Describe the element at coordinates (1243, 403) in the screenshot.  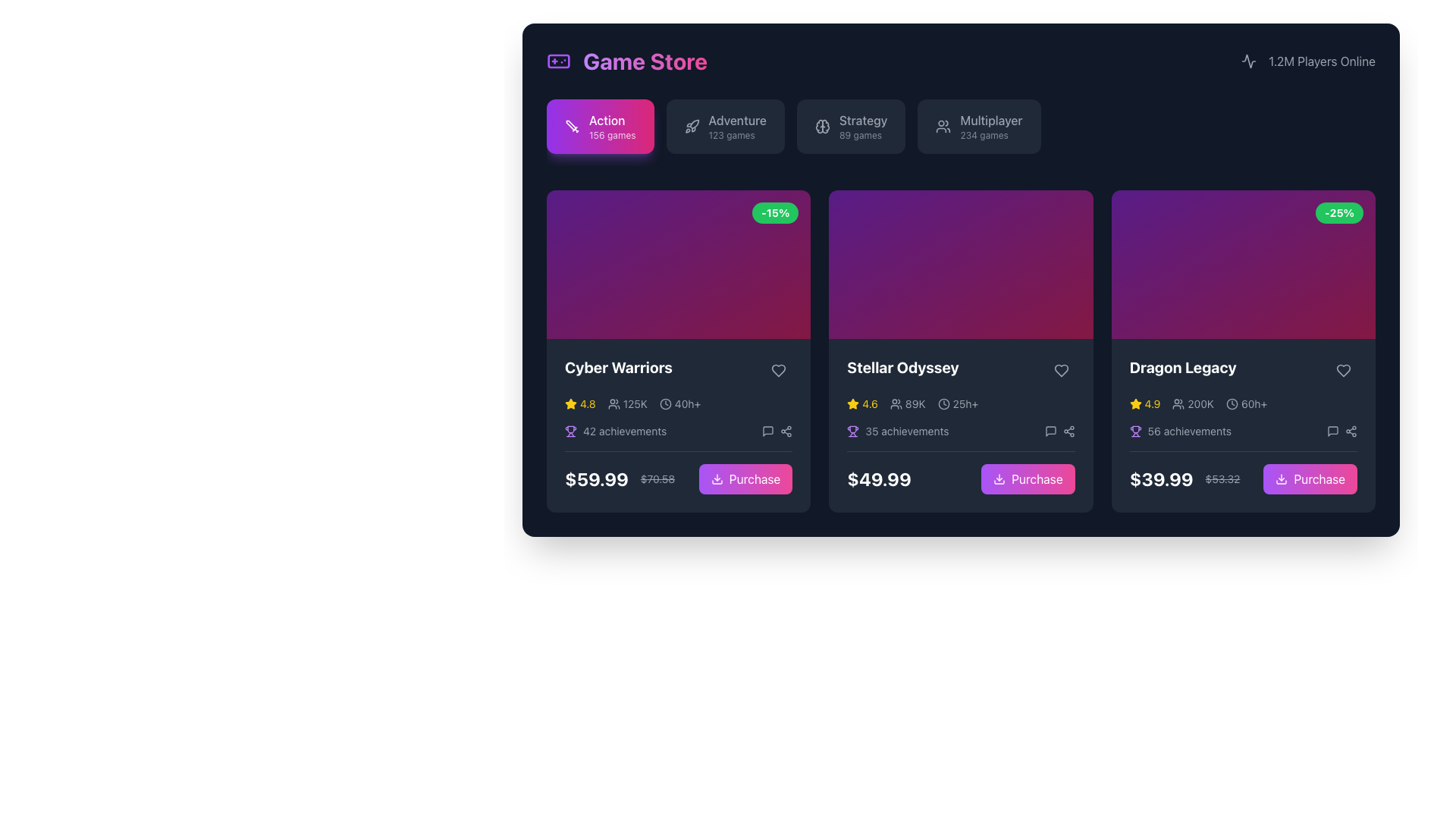
I see `the informational display with icons that shows the ratings, player count, and estimated playtime for the 'Dragon Legacy' game, positioned below its title and above the achievements counts` at that location.